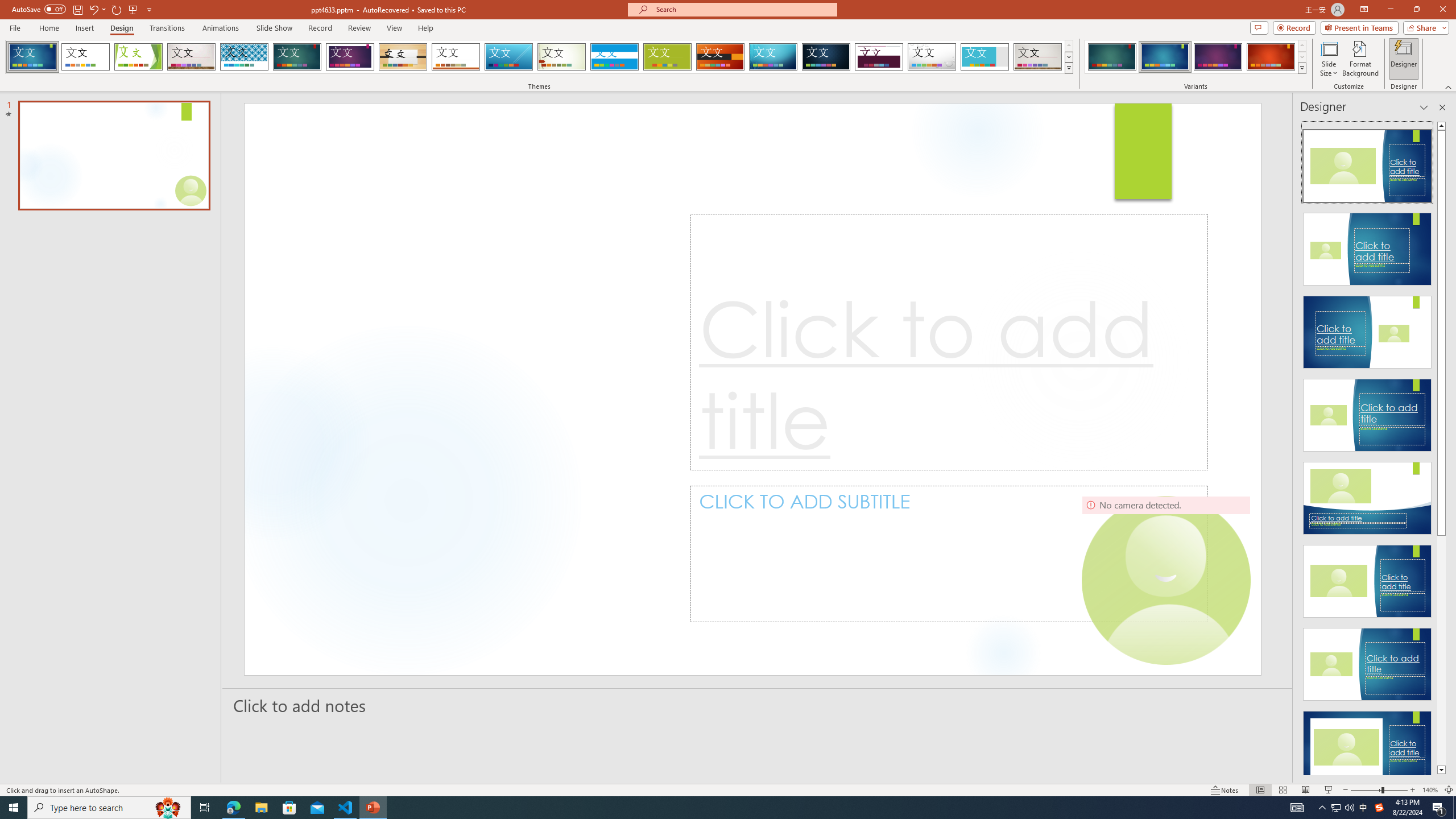  I want to click on 'Format Background', so click(1360, 59).